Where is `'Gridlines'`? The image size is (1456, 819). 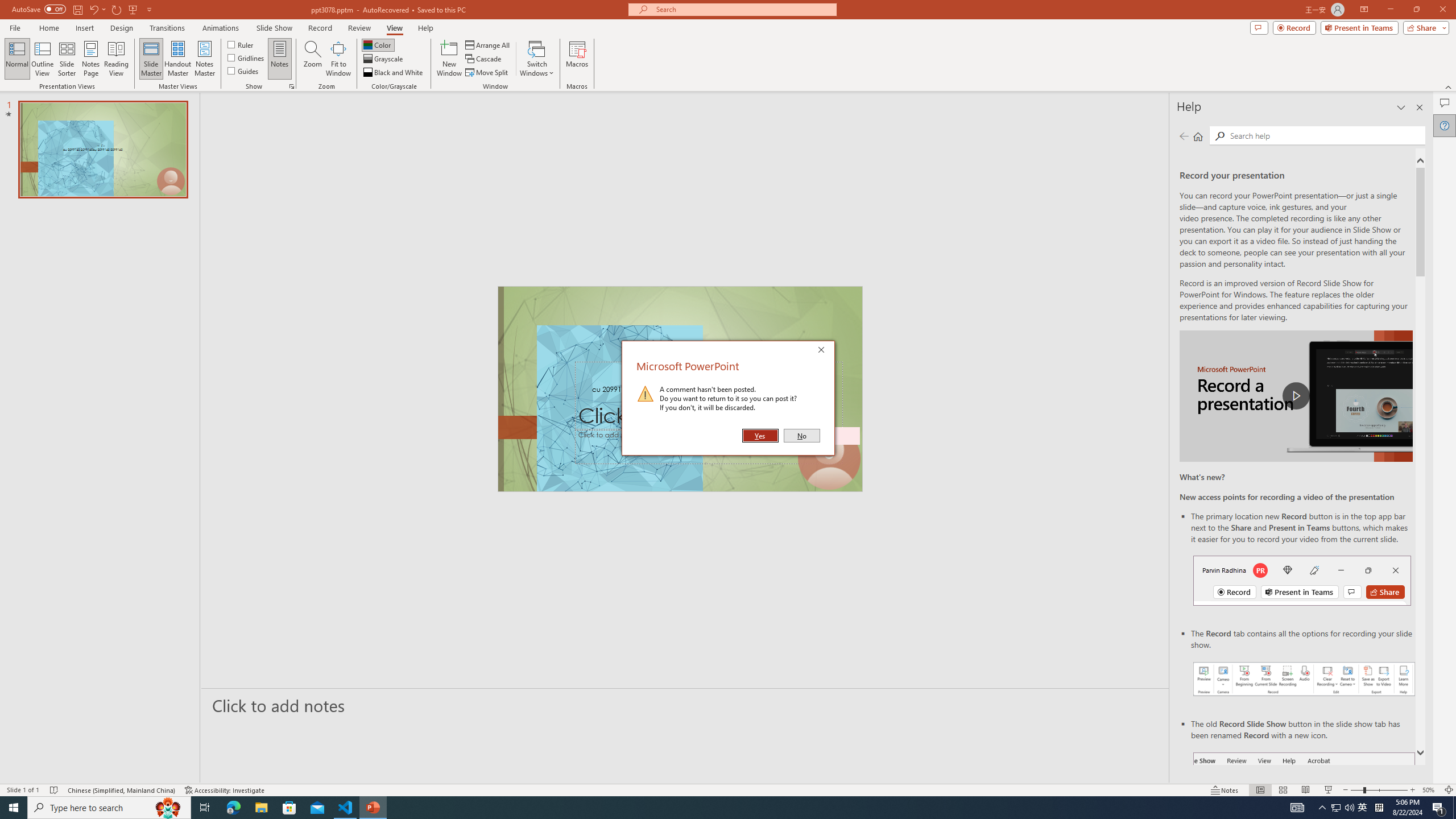 'Gridlines' is located at coordinates (246, 56).